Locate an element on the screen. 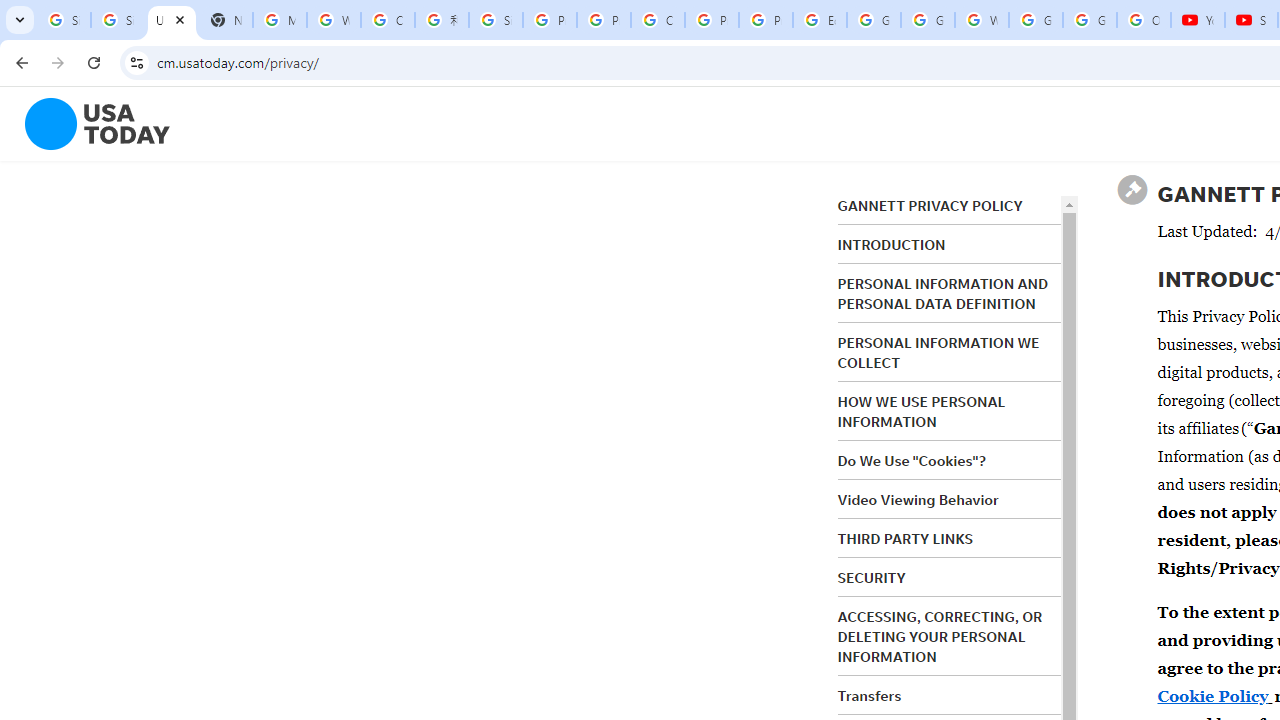 The width and height of the screenshot is (1280, 720). 'PERSONAL INFORMATION AND PERSONAL DATA DEFINITION' is located at coordinates (942, 294).